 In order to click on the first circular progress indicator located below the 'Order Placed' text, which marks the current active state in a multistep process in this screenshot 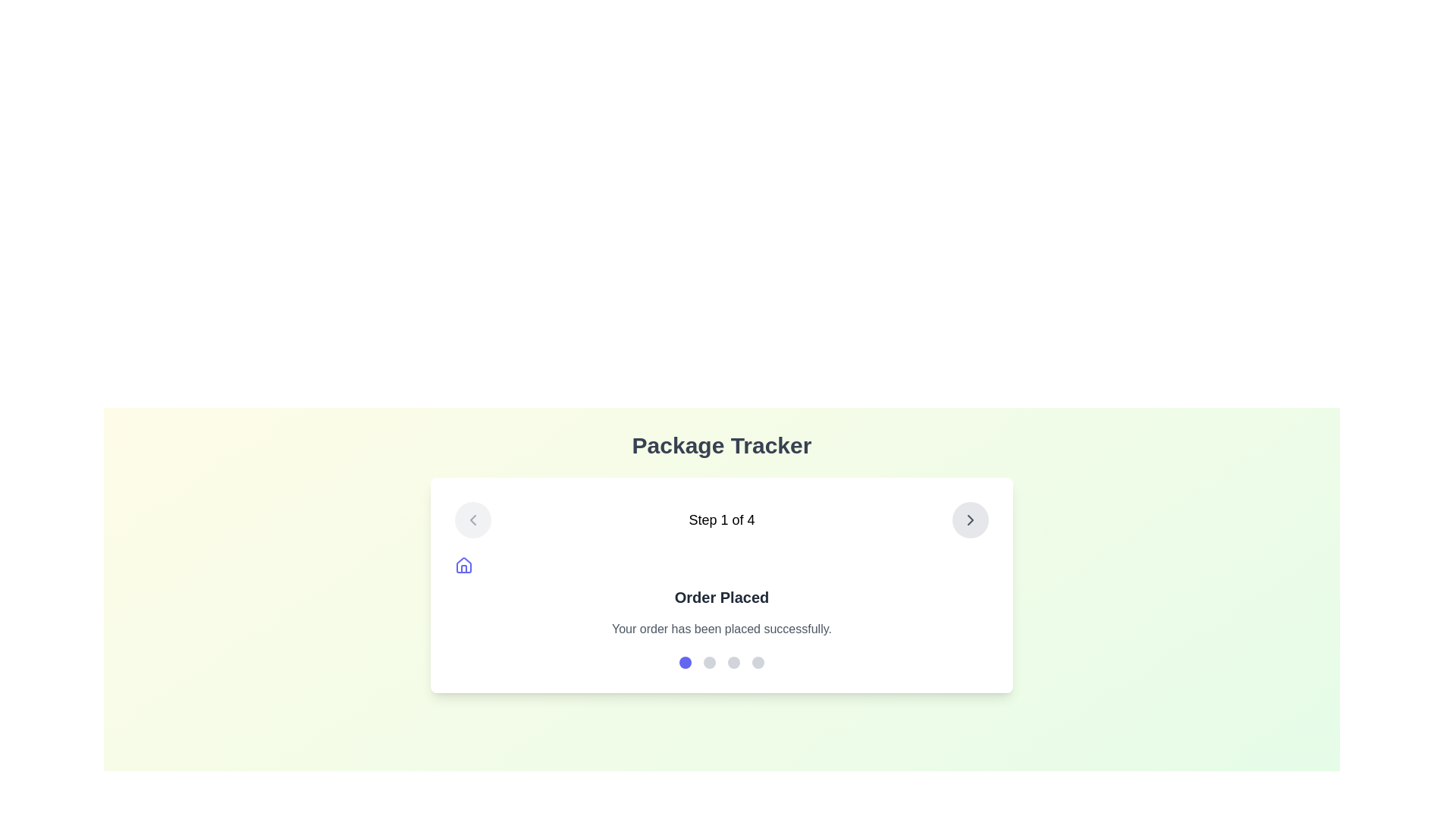, I will do `click(684, 662)`.